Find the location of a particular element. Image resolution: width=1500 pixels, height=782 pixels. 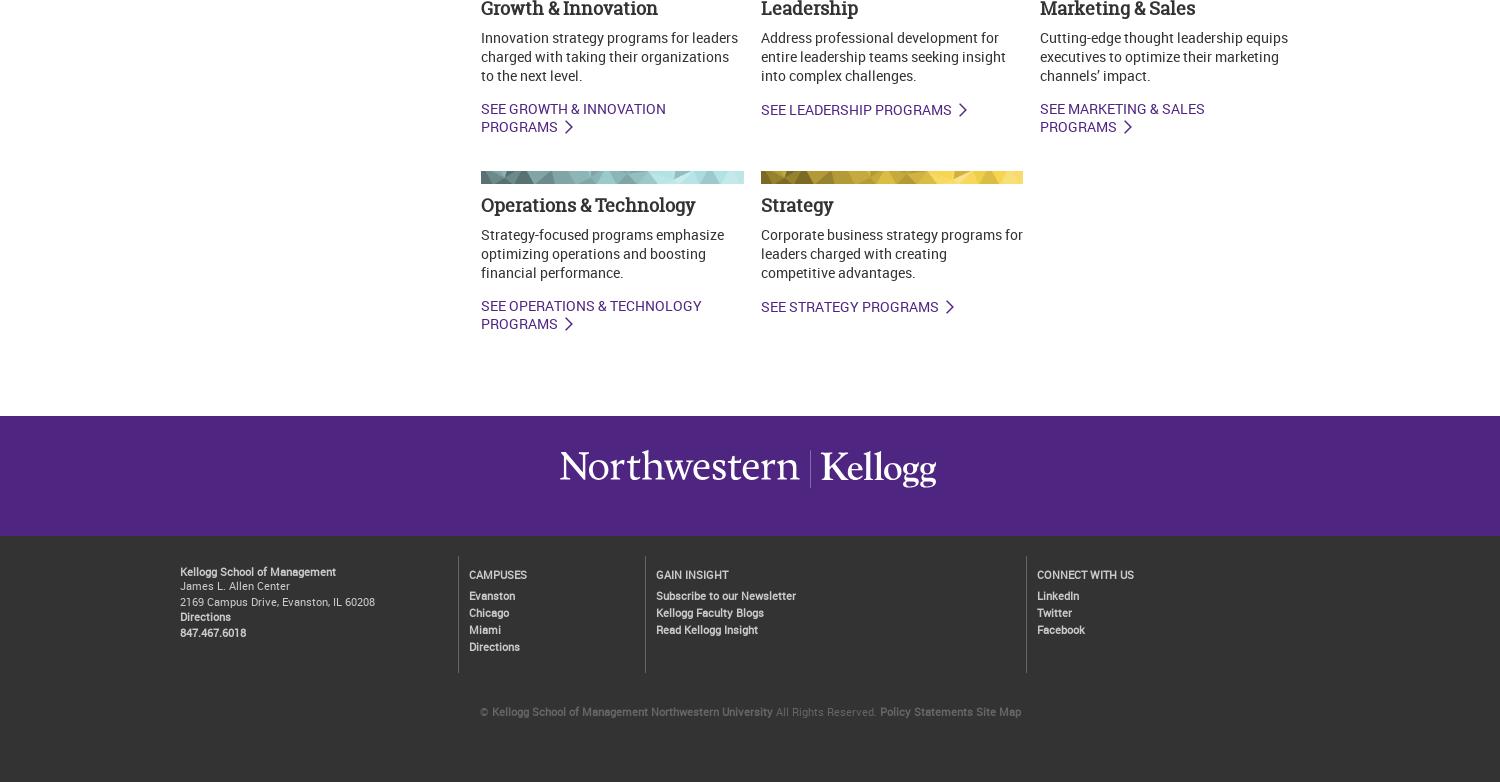

'Address professional development for entire leadership teams seeking insight into complex challenges.' is located at coordinates (882, 55).